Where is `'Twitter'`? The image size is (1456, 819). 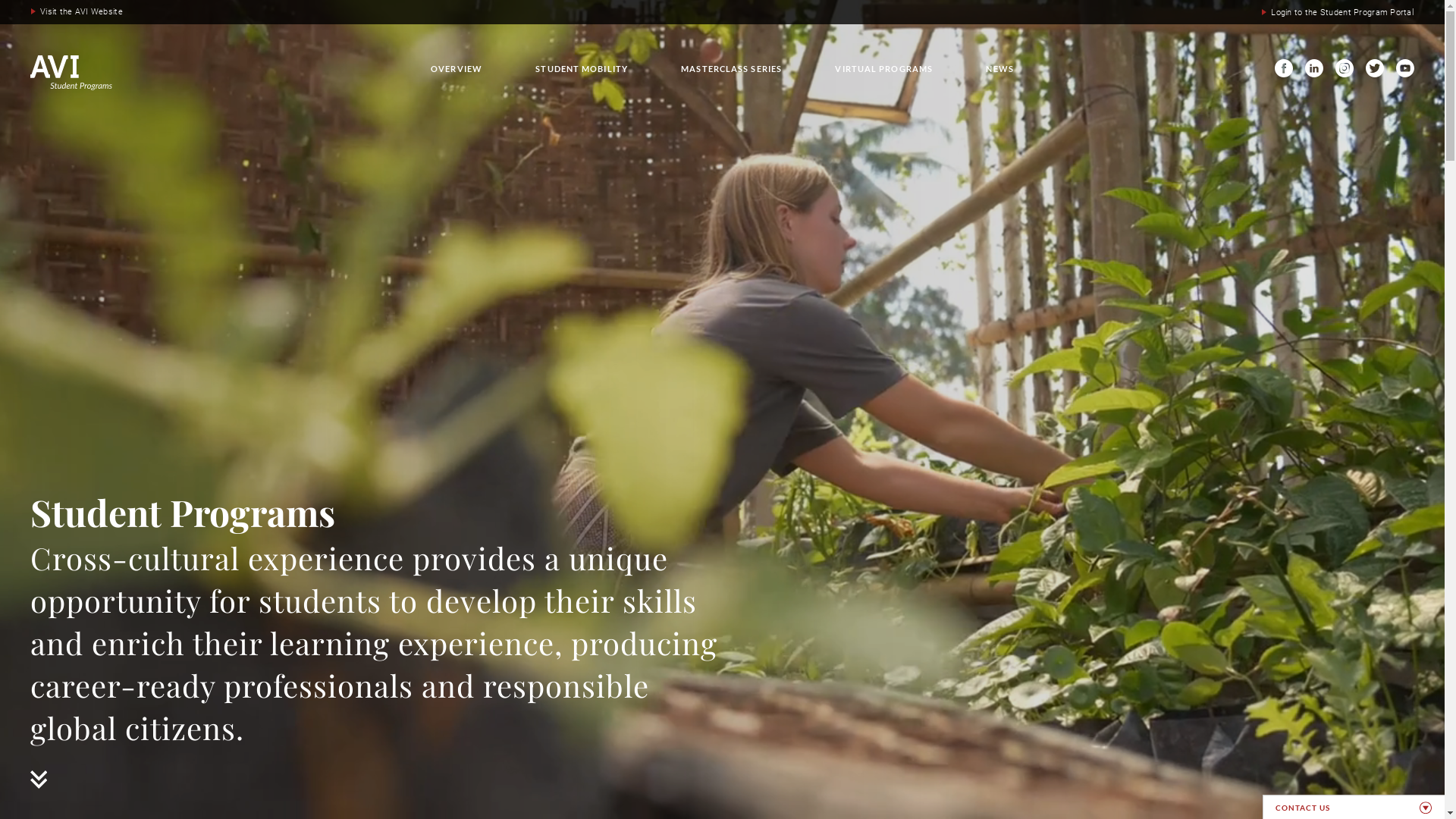 'Twitter' is located at coordinates (1375, 67).